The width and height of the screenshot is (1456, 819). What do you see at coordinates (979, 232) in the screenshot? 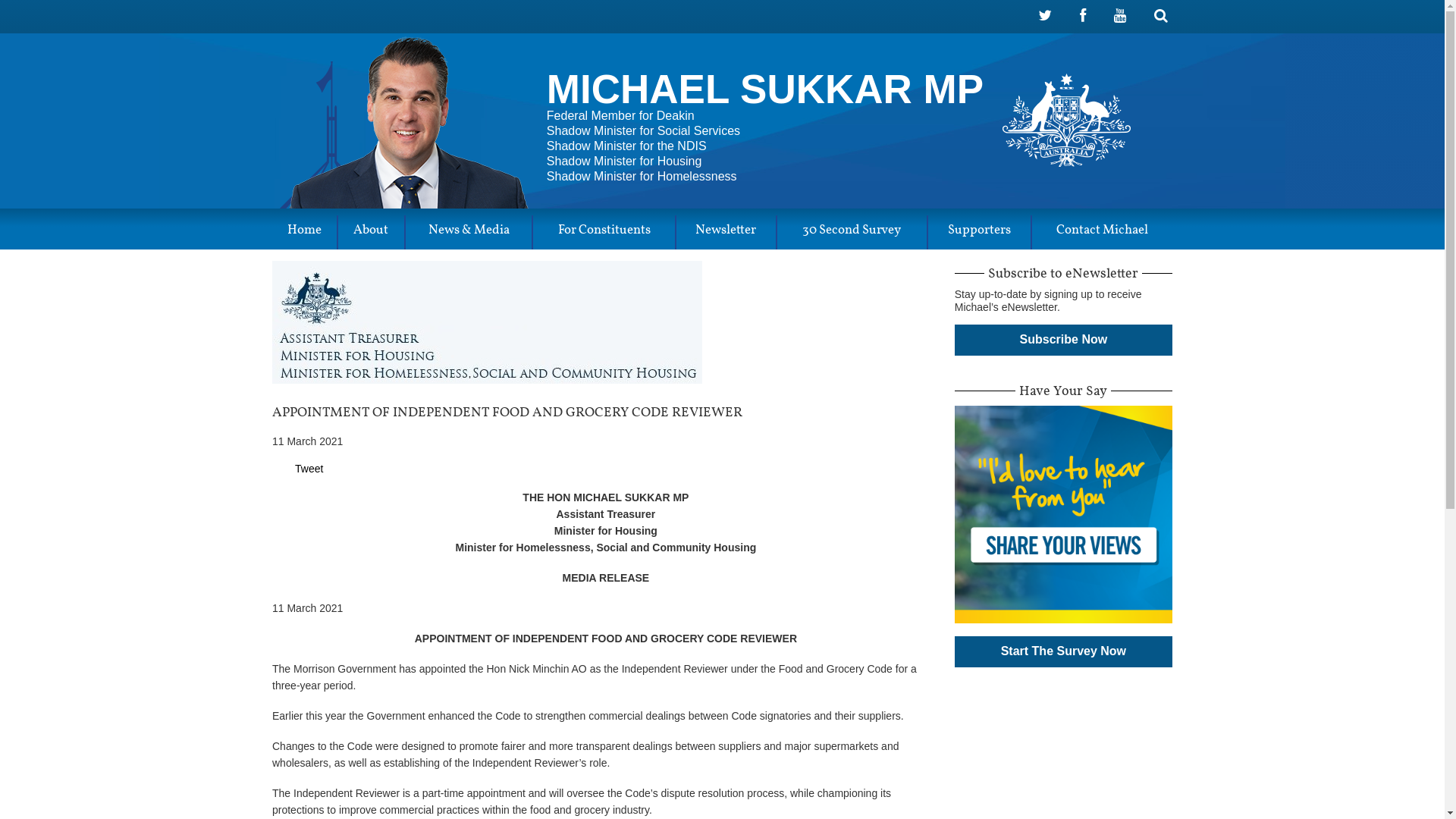
I see `'Supporters'` at bounding box center [979, 232].